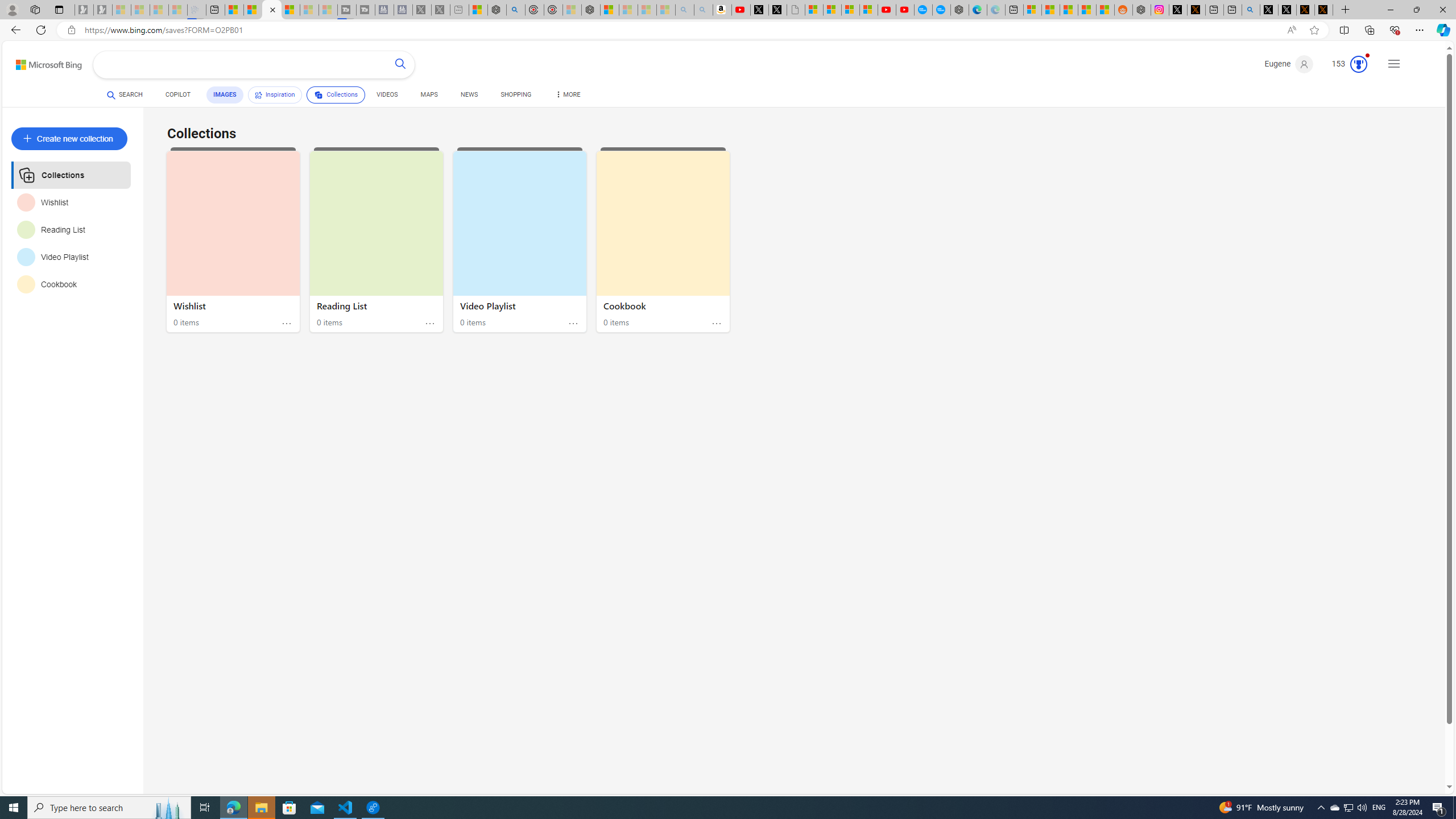  What do you see at coordinates (1358, 64) in the screenshot?
I see `'Class: medal-circled'` at bounding box center [1358, 64].